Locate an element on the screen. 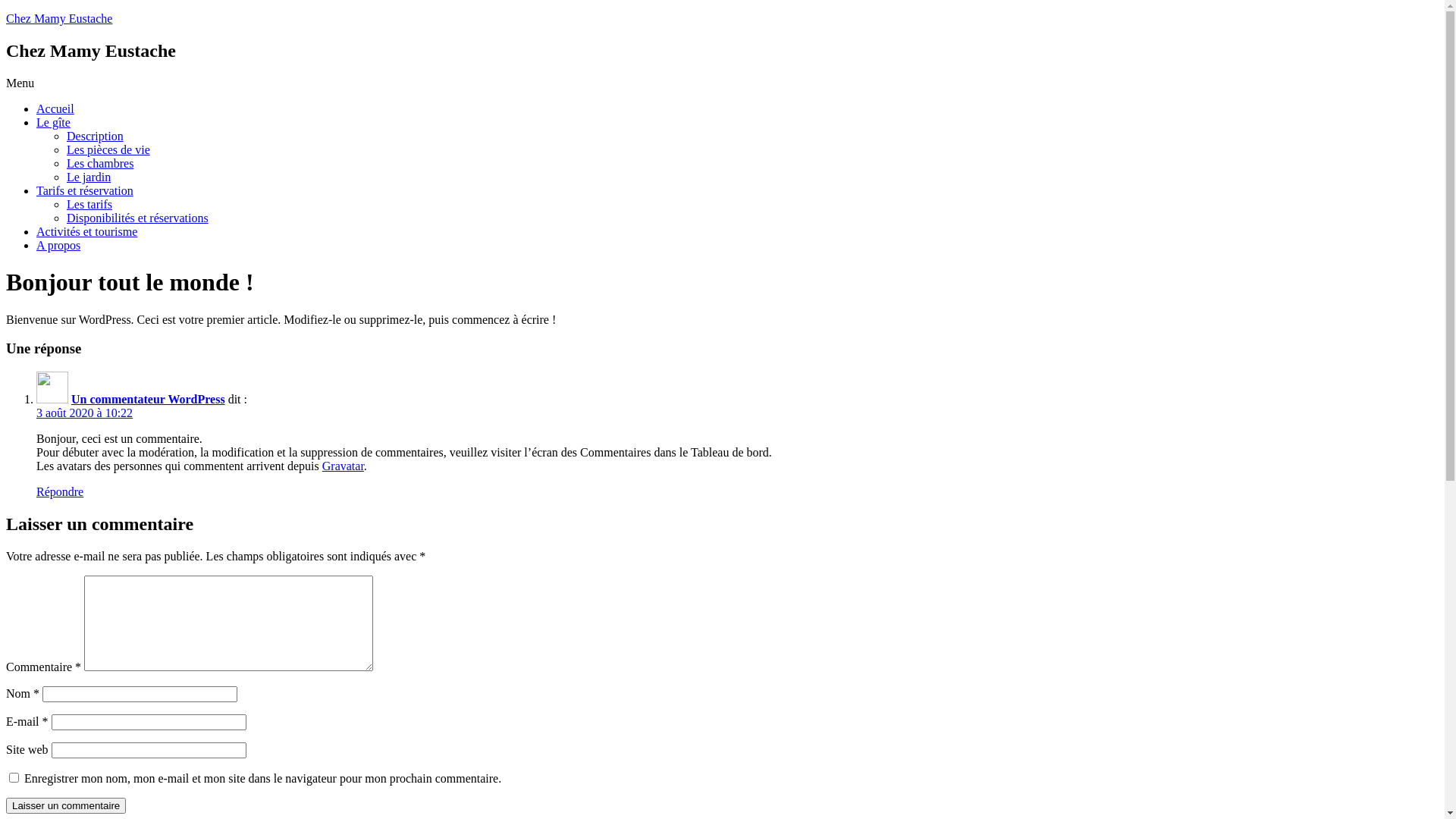 This screenshot has height=819, width=1456. 'Description' is located at coordinates (65, 135).